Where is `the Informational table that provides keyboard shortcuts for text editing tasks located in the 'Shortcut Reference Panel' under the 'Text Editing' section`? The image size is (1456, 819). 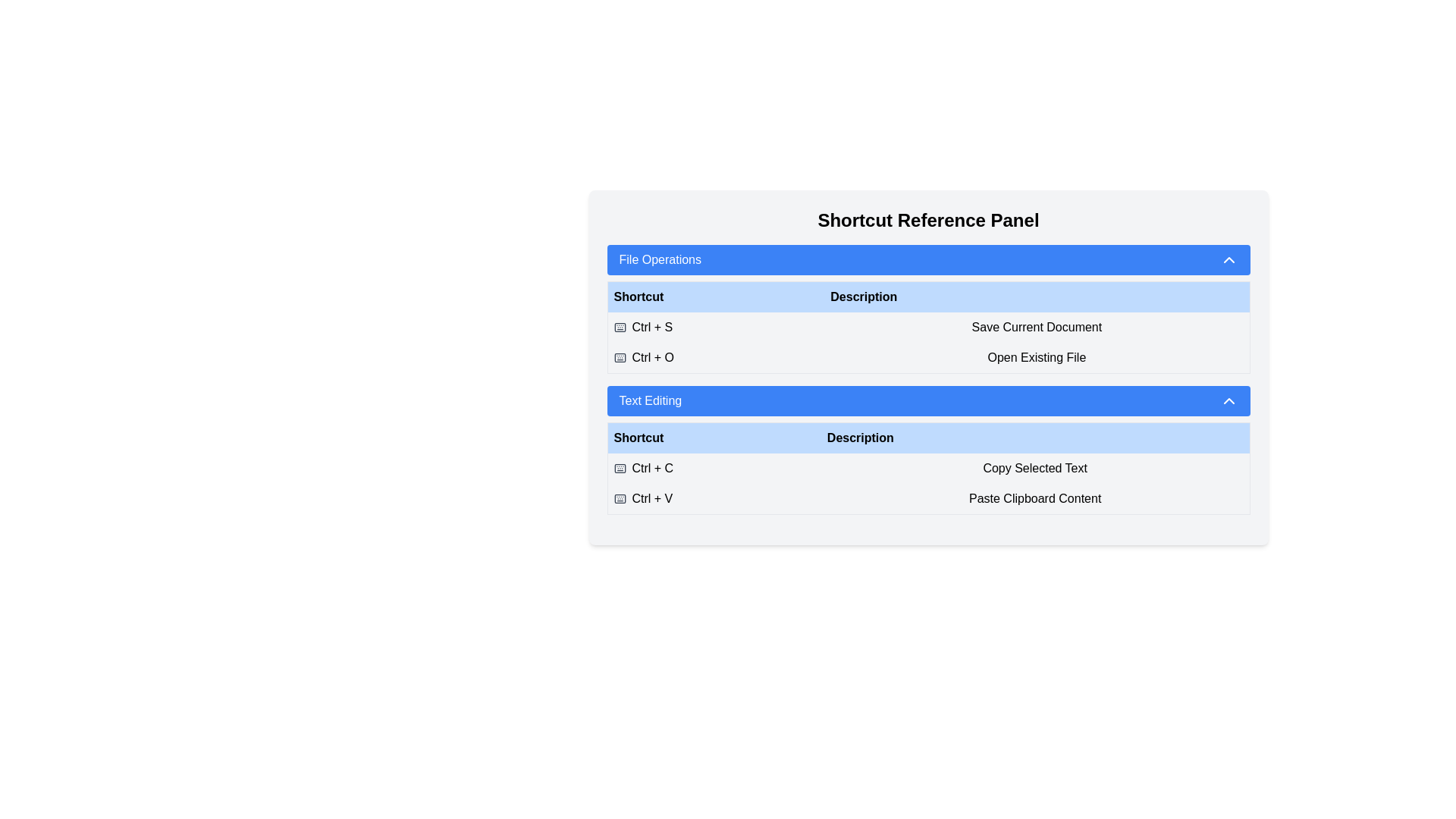 the Informational table that provides keyboard shortcuts for text editing tasks located in the 'Shortcut Reference Panel' under the 'Text Editing' section is located at coordinates (927, 450).